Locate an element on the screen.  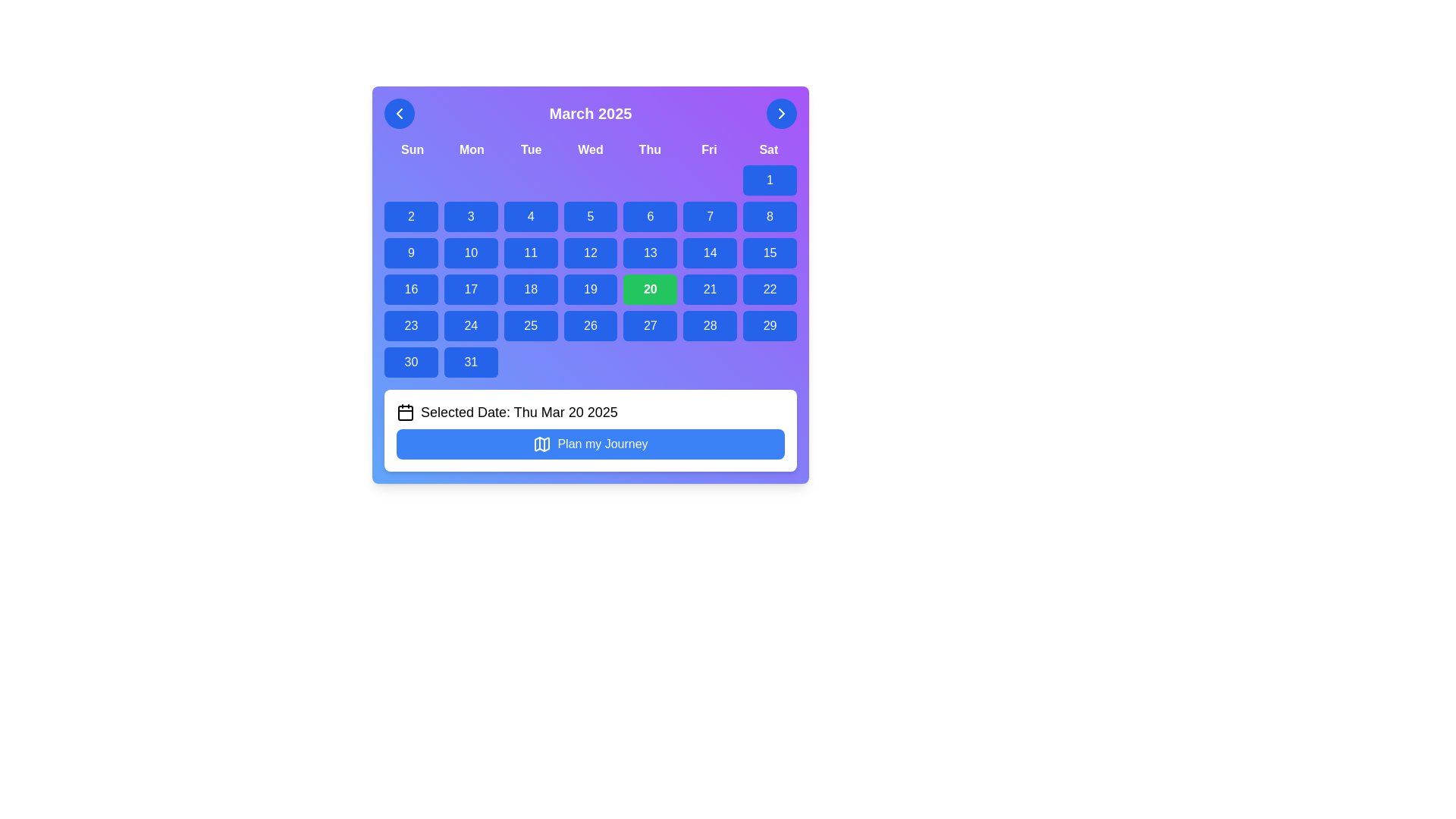
the button representing the eleventh day of the month in the calendar interface is located at coordinates (531, 253).